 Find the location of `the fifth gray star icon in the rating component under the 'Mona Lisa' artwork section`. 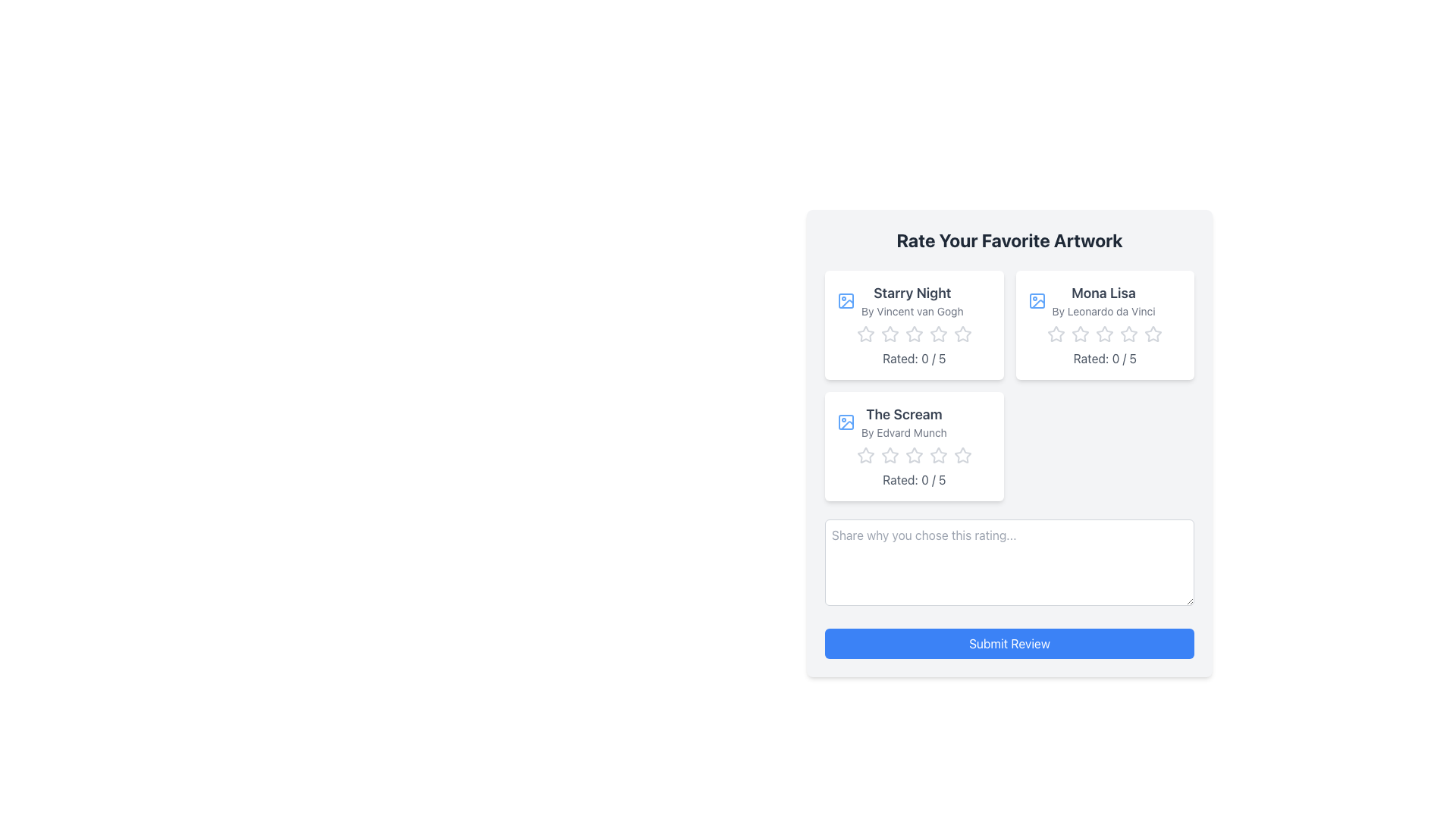

the fifth gray star icon in the rating component under the 'Mona Lisa' artwork section is located at coordinates (1129, 333).